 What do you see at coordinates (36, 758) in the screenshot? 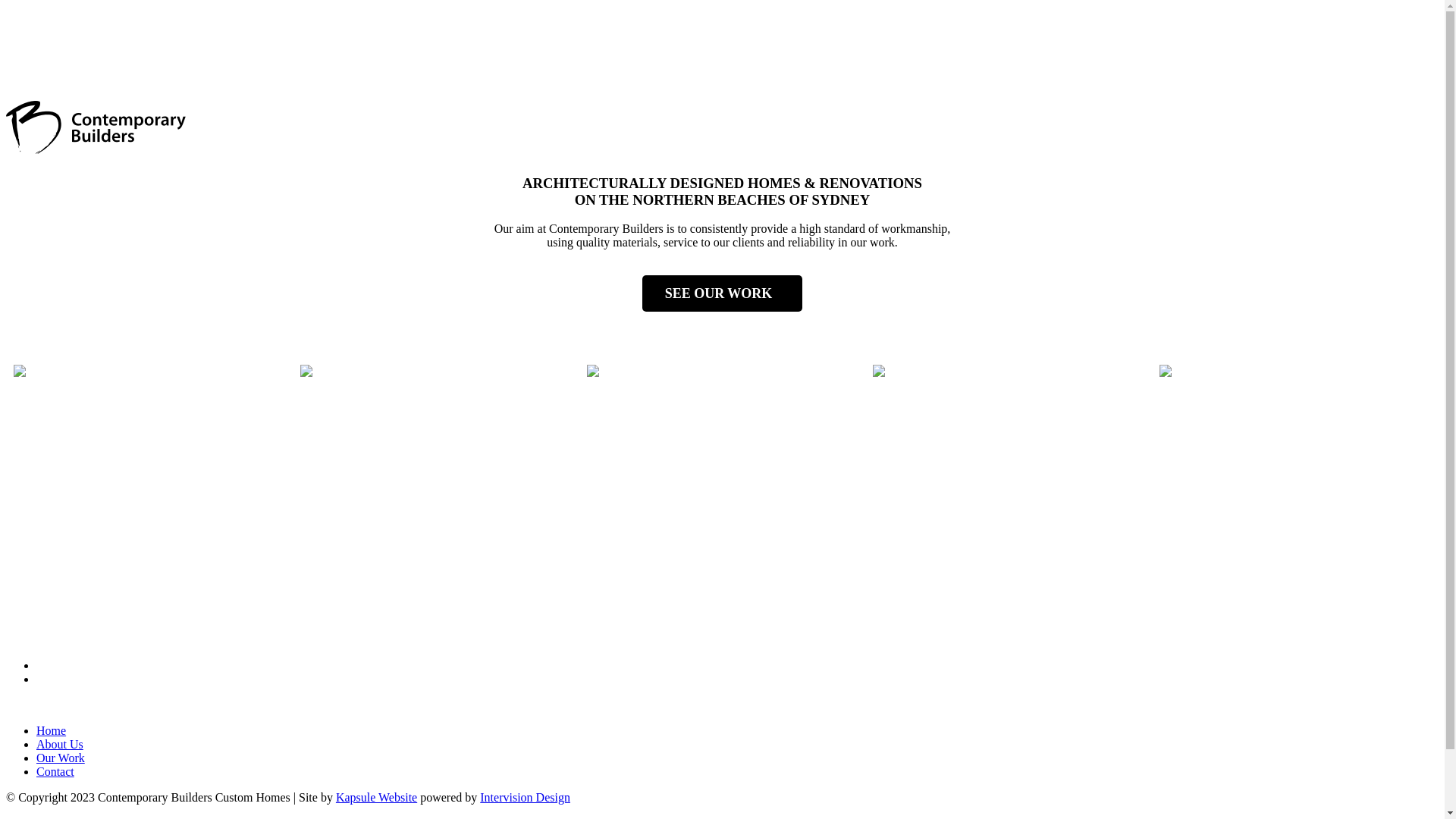
I see `'Our Work'` at bounding box center [36, 758].